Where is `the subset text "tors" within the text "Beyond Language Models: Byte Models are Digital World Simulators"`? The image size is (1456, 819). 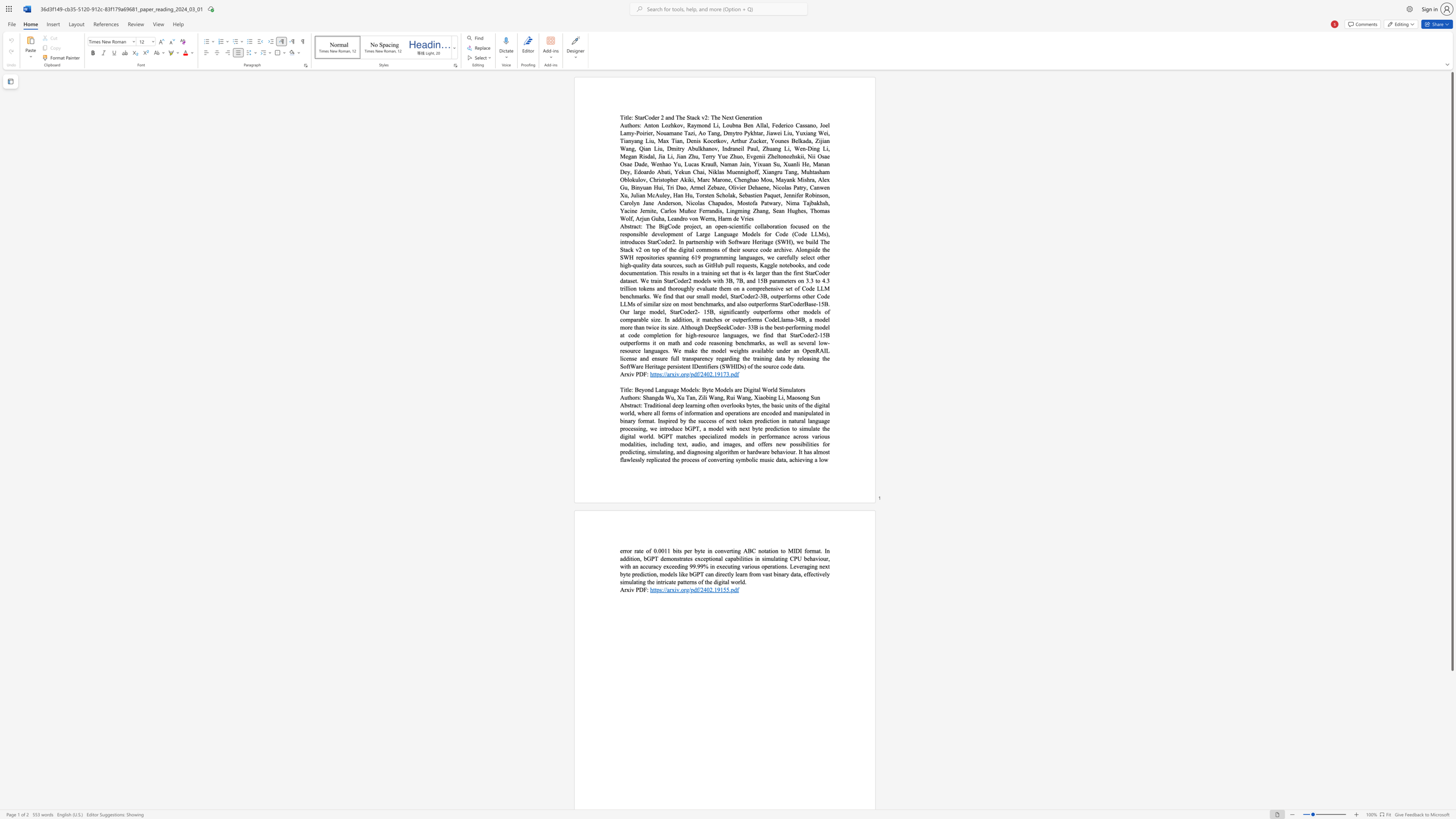 the subset text "tors" within the text "Beyond Language Models: Byte Models are Digital World Simulators" is located at coordinates (796, 389).